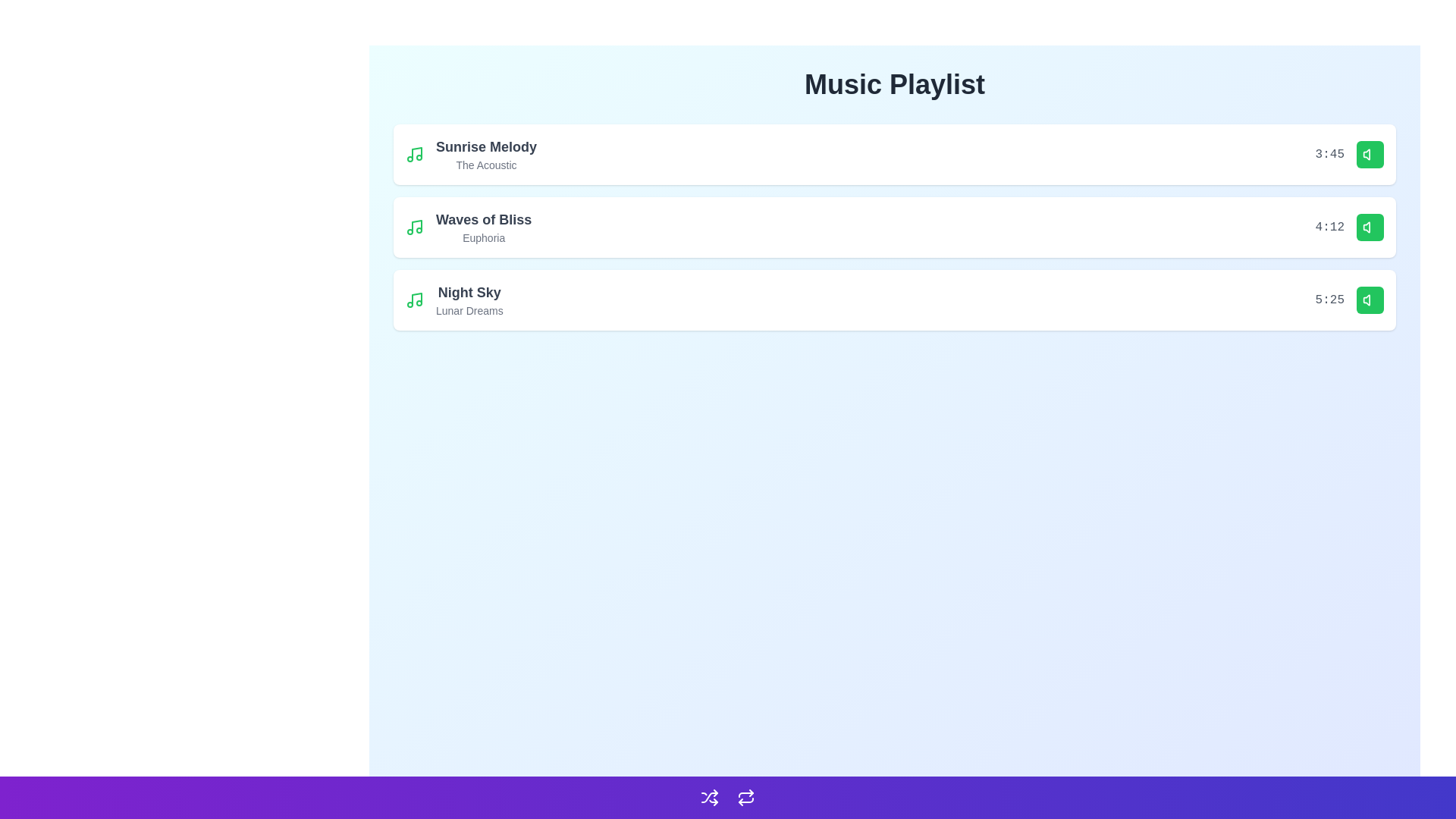  Describe the element at coordinates (1370, 227) in the screenshot. I see `the volume control icon for the 'Waves of Bliss' track` at that location.